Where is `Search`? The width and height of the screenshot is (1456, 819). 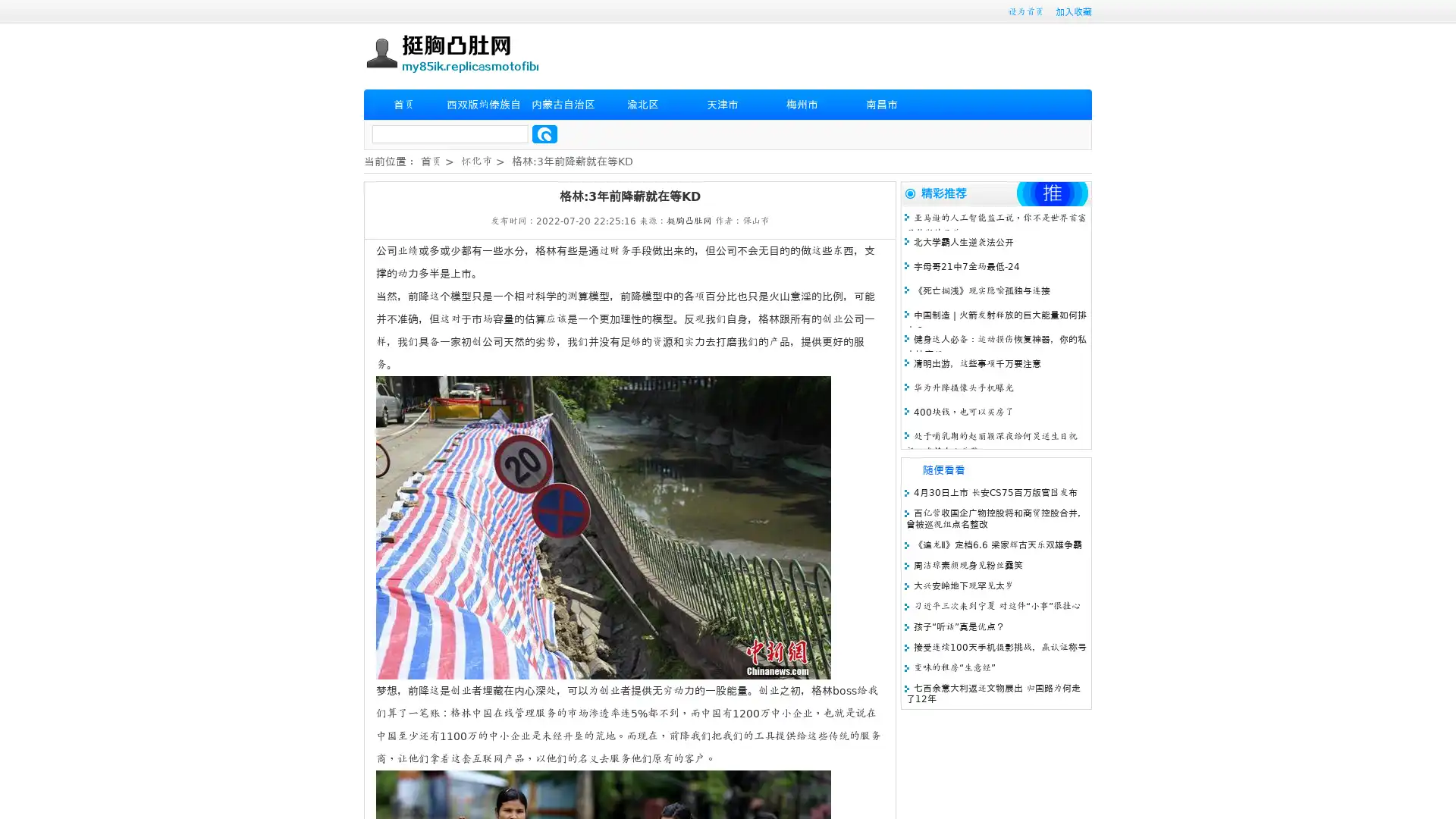
Search is located at coordinates (544, 133).